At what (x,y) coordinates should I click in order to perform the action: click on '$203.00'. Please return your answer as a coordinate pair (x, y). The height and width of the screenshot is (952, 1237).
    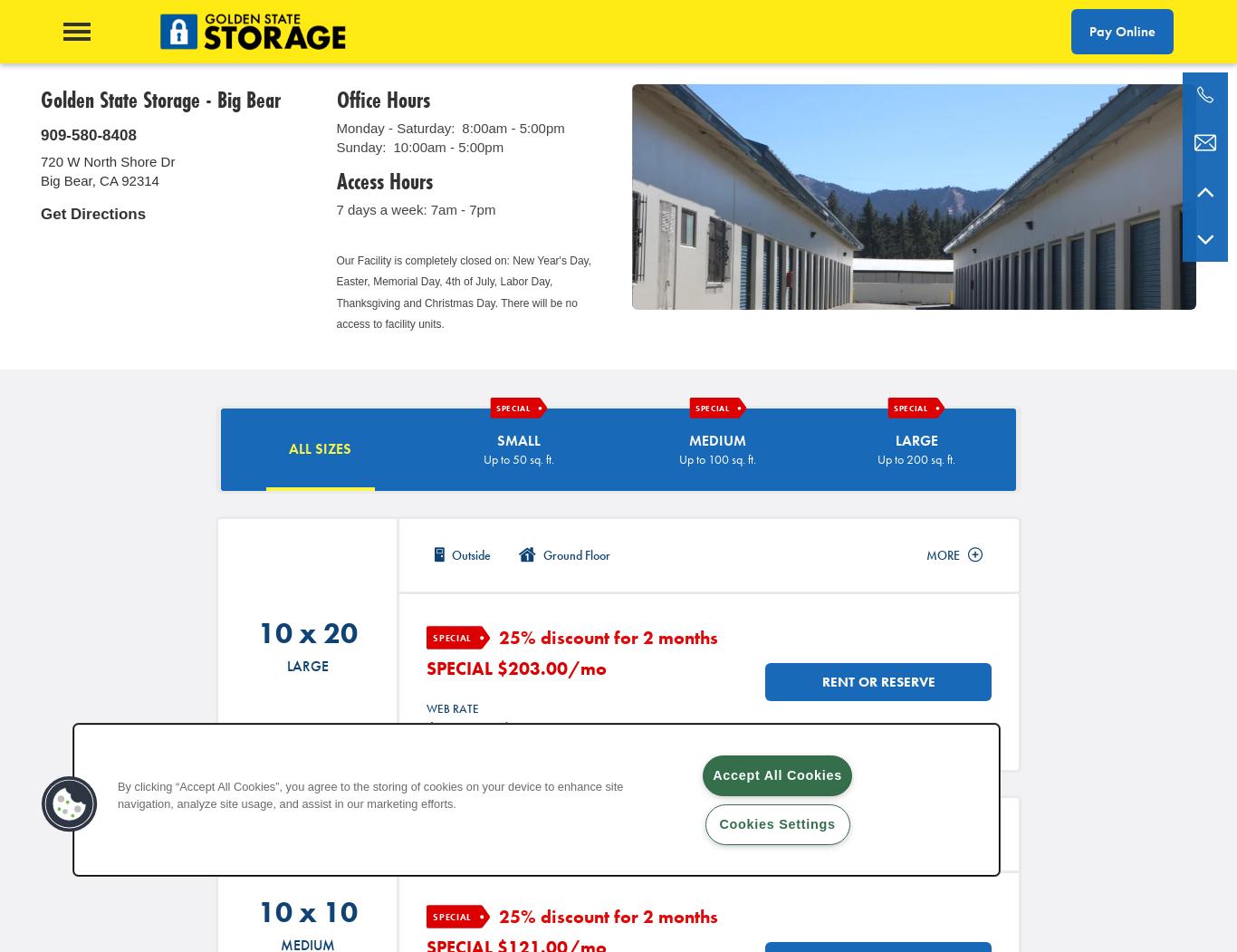
    Looking at the image, I should click on (529, 667).